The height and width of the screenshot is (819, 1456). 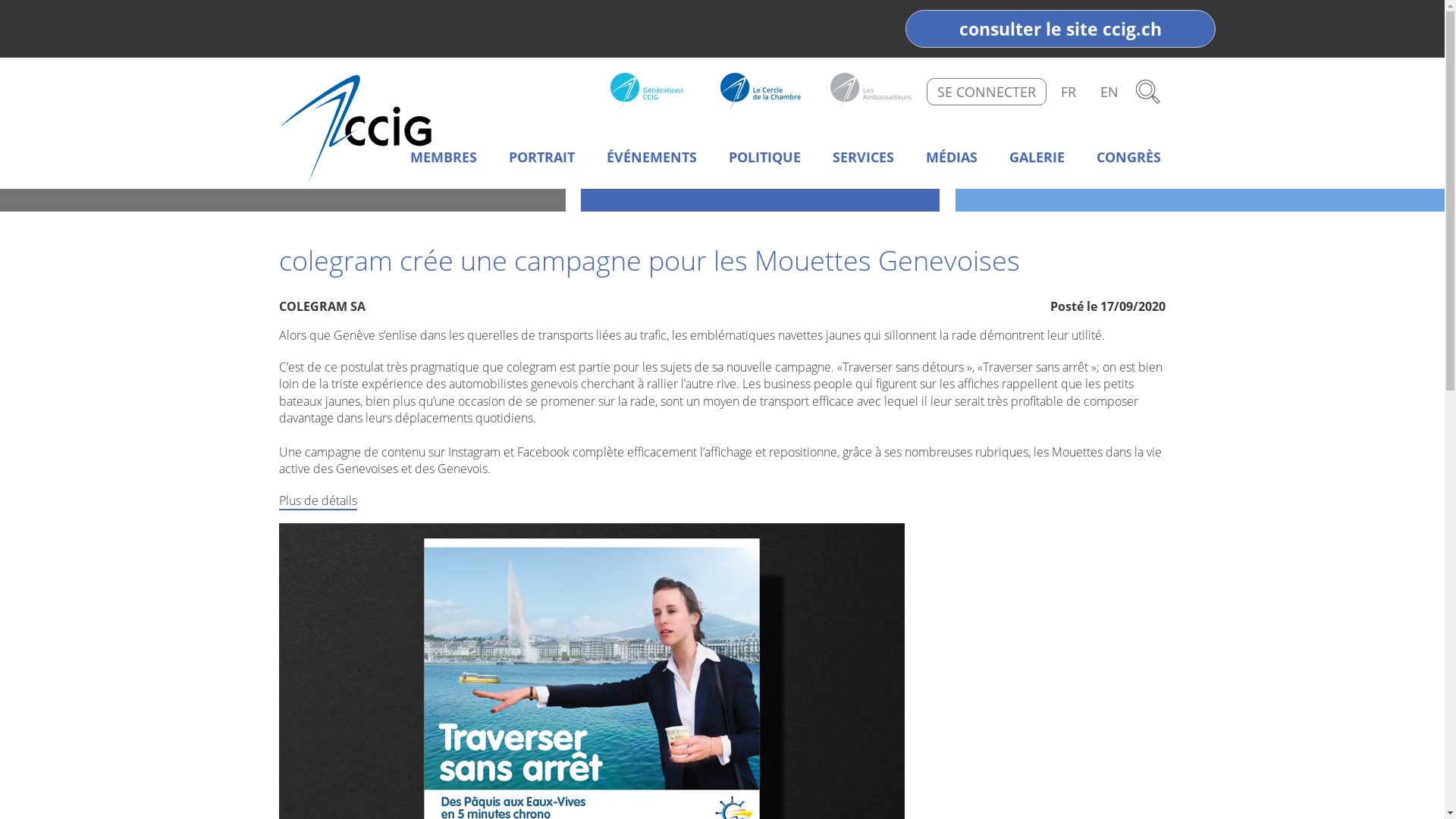 I want to click on 'PORTRAIT', so click(x=541, y=158).